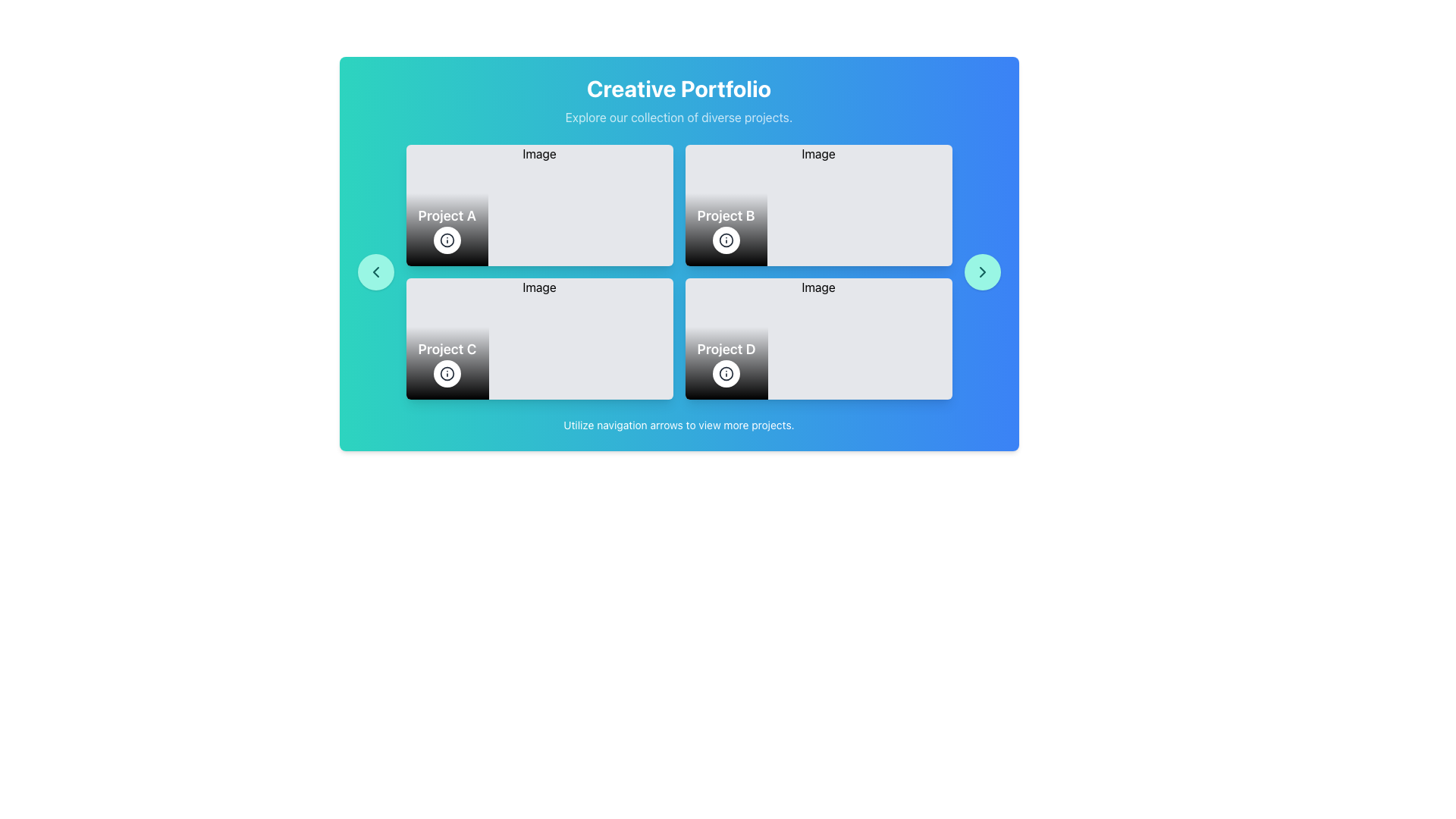 The height and width of the screenshot is (819, 1456). What do you see at coordinates (447, 374) in the screenshot?
I see `the information icon button located at the bottom left corner of the 'Project A' module` at bounding box center [447, 374].